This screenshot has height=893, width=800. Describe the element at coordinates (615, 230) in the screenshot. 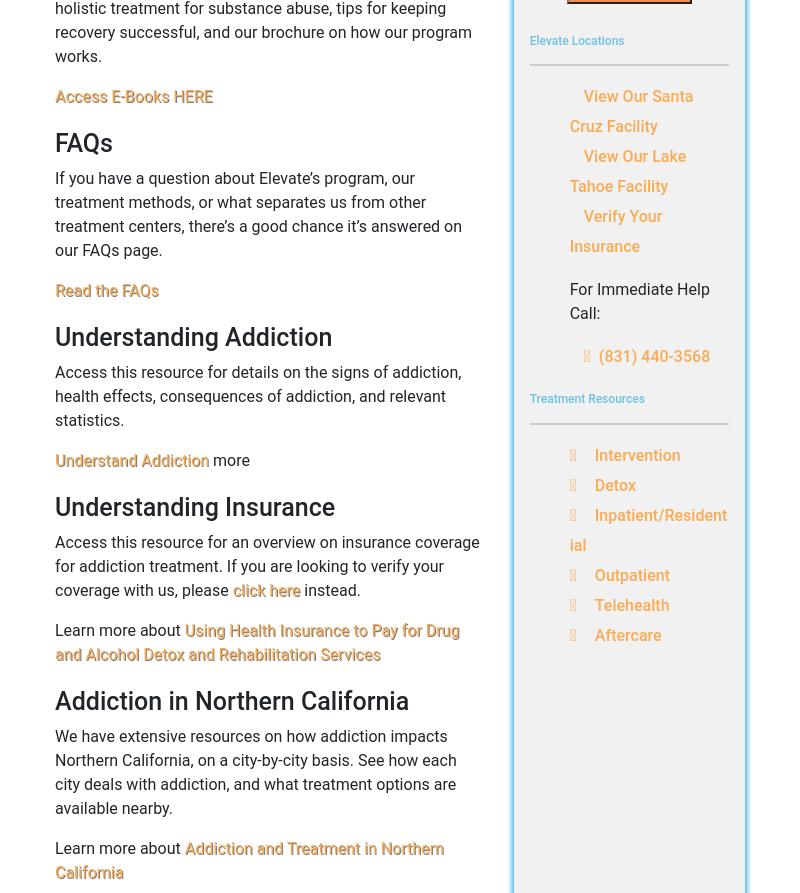

I see `'Verify Your Insurance'` at that location.